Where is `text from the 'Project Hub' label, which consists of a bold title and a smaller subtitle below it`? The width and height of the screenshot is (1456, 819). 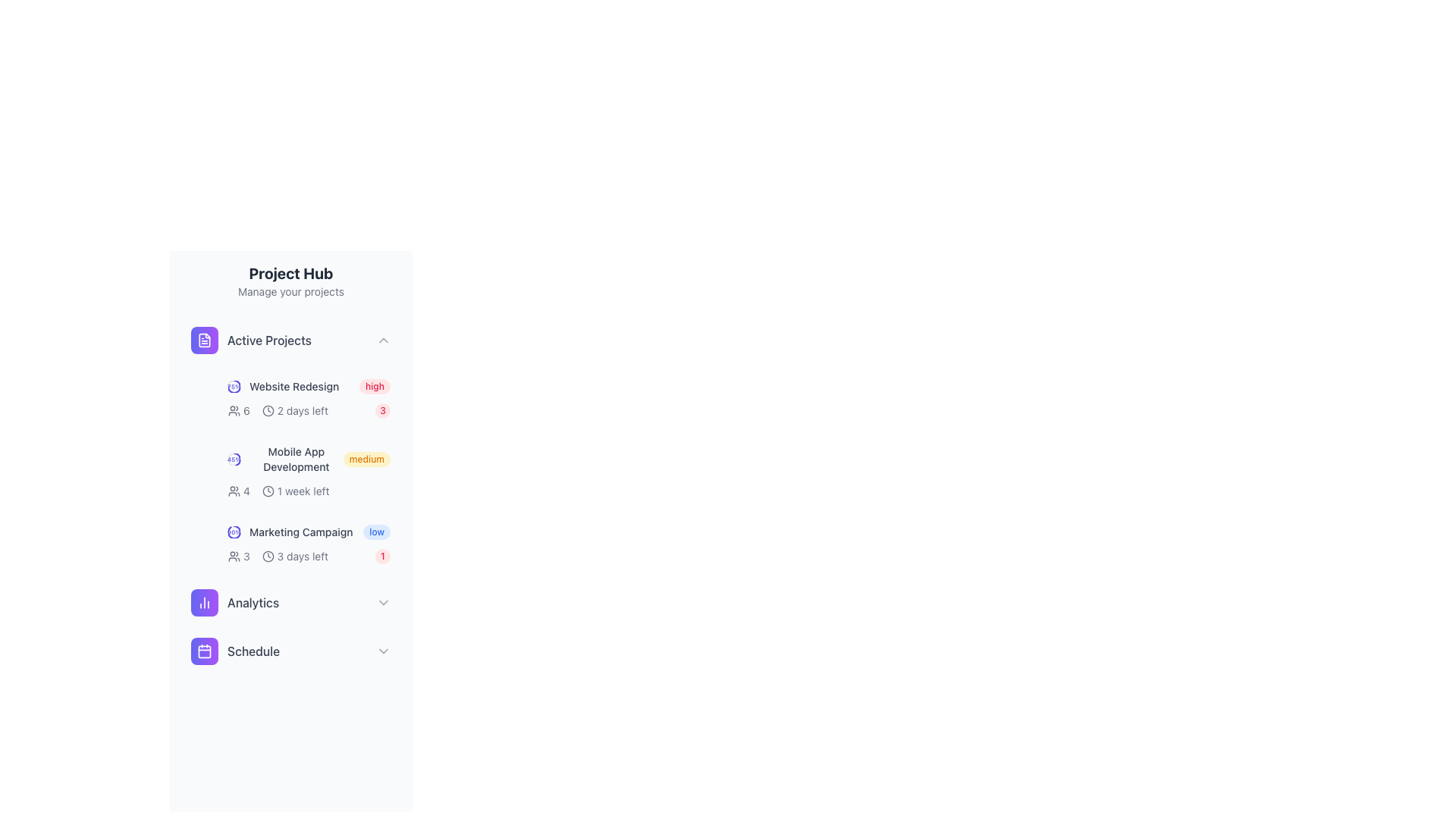 text from the 'Project Hub' label, which consists of a bold title and a smaller subtitle below it is located at coordinates (291, 281).